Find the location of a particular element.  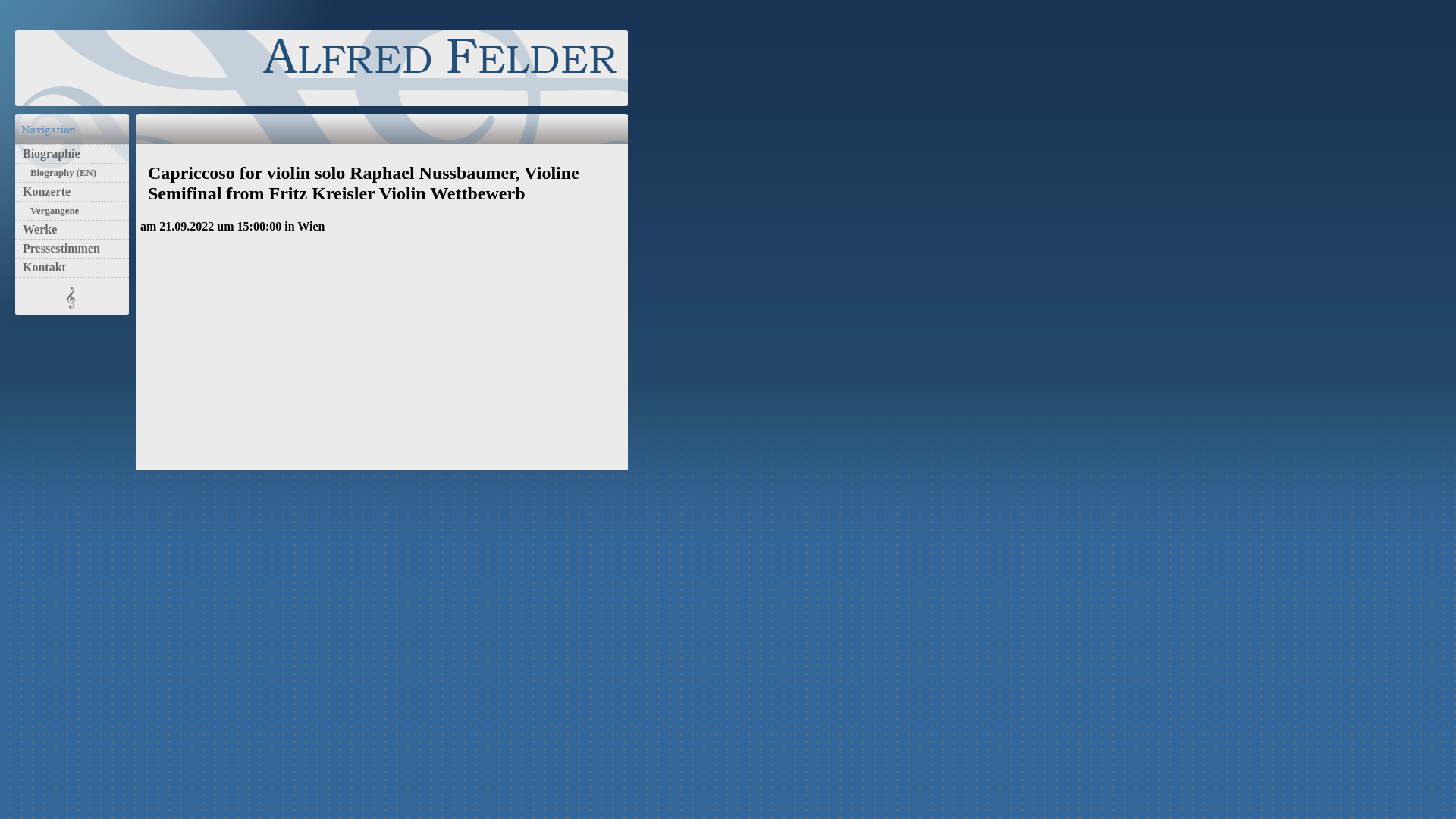

'Vergangene' is located at coordinates (51, 210).